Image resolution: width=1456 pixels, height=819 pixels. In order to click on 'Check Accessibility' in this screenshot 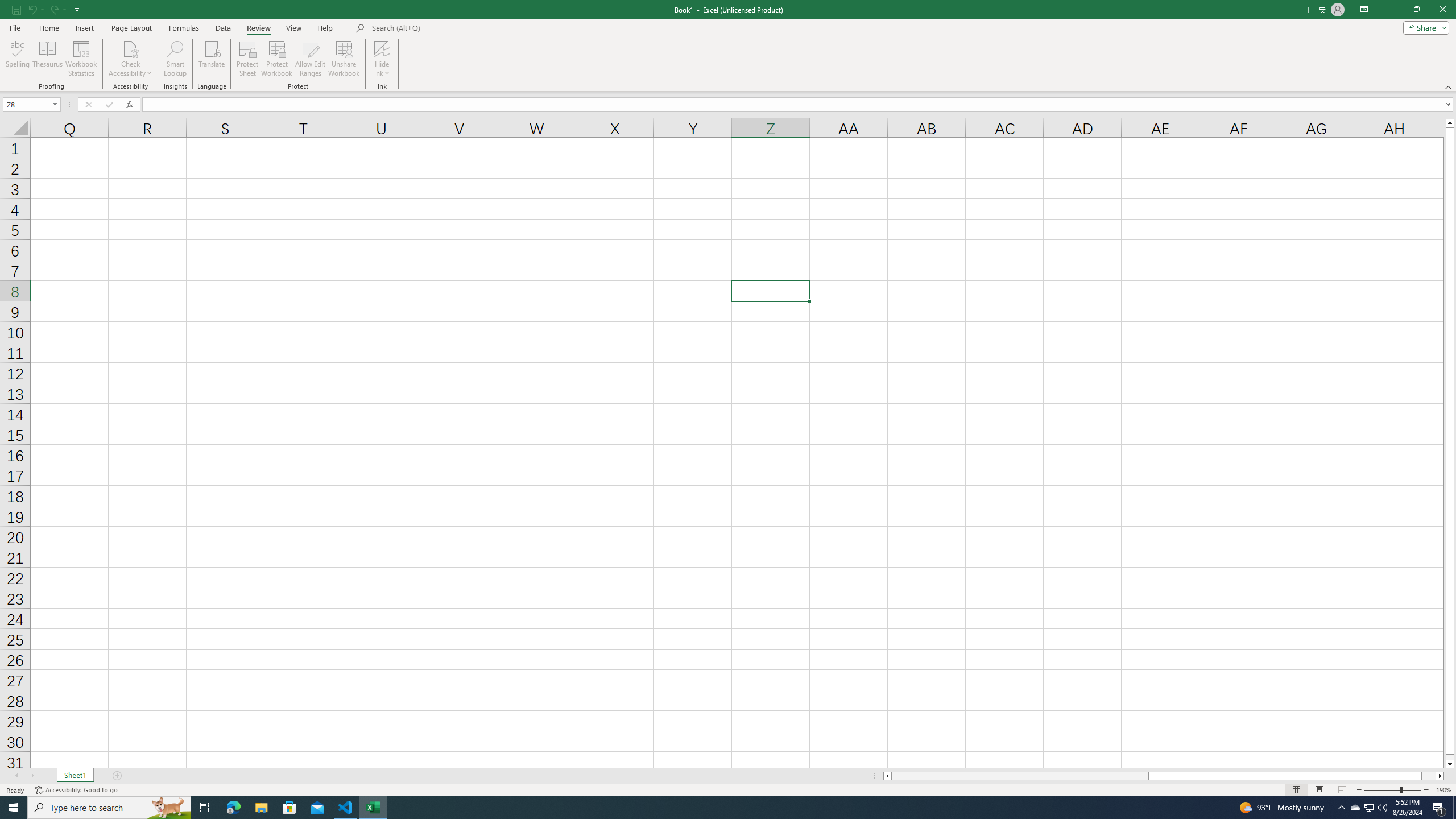, I will do `click(130, 48)`.